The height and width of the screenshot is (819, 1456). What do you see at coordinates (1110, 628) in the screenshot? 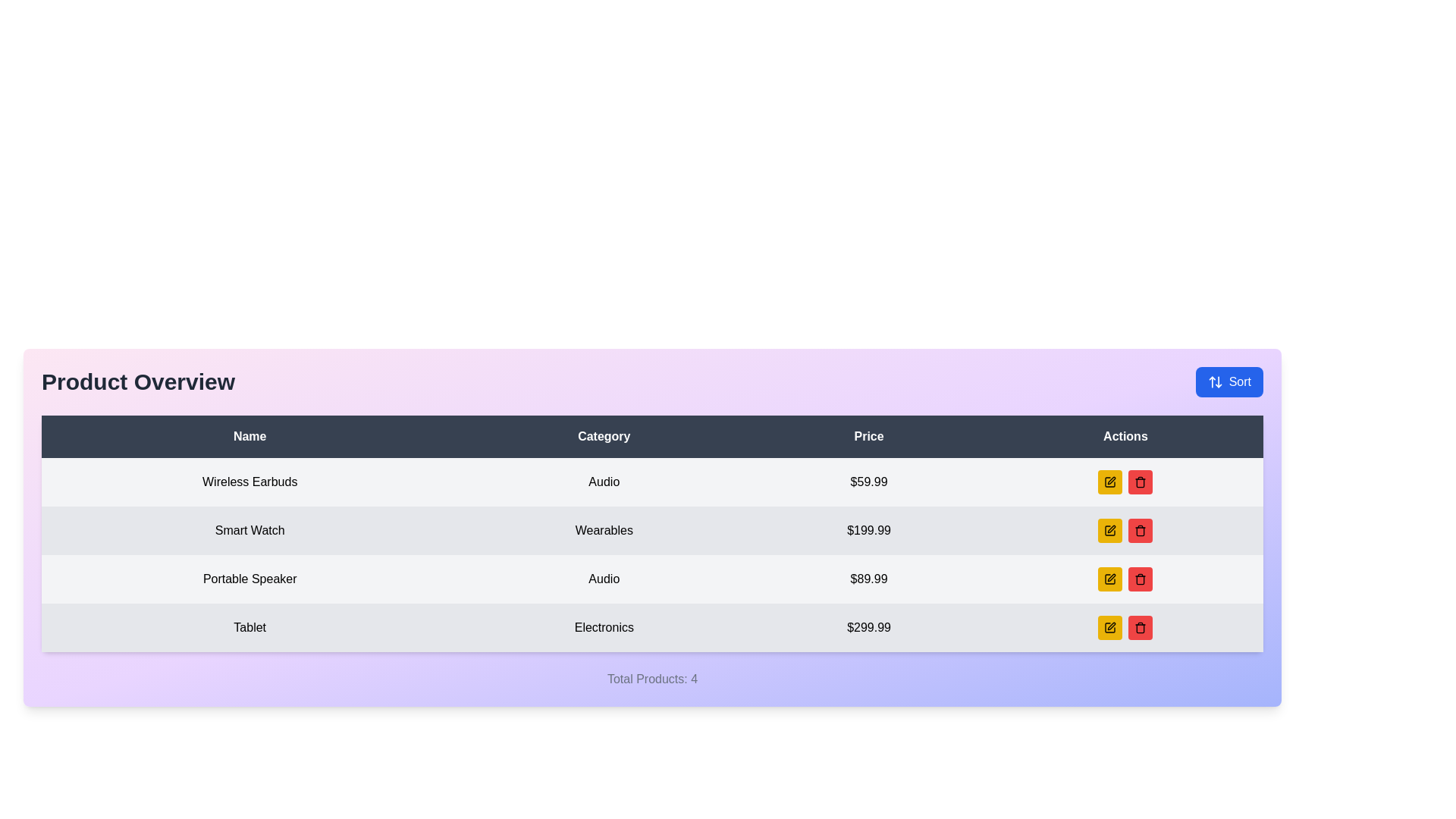
I see `the 'Edit' button` at bounding box center [1110, 628].